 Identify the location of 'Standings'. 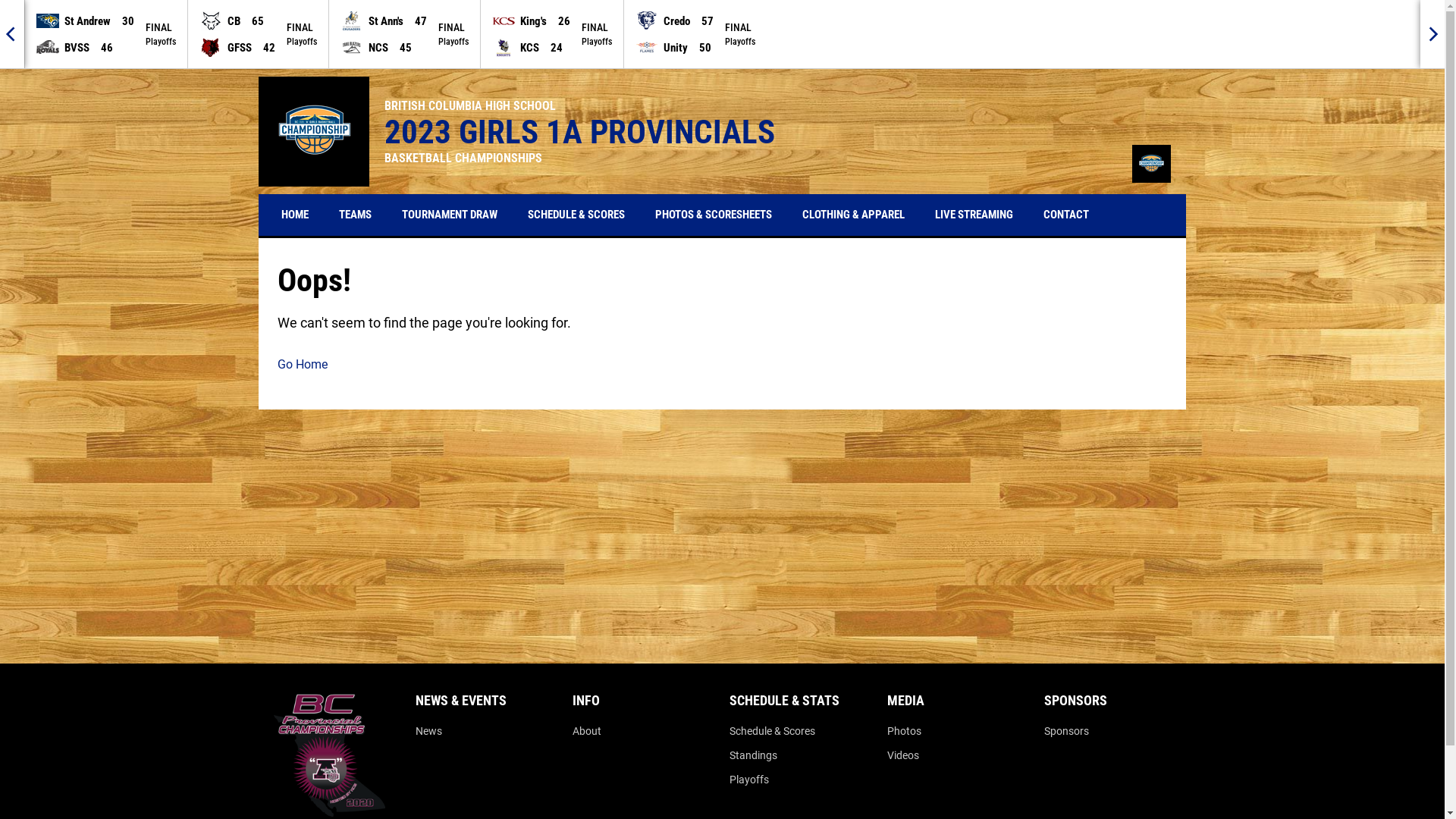
(753, 755).